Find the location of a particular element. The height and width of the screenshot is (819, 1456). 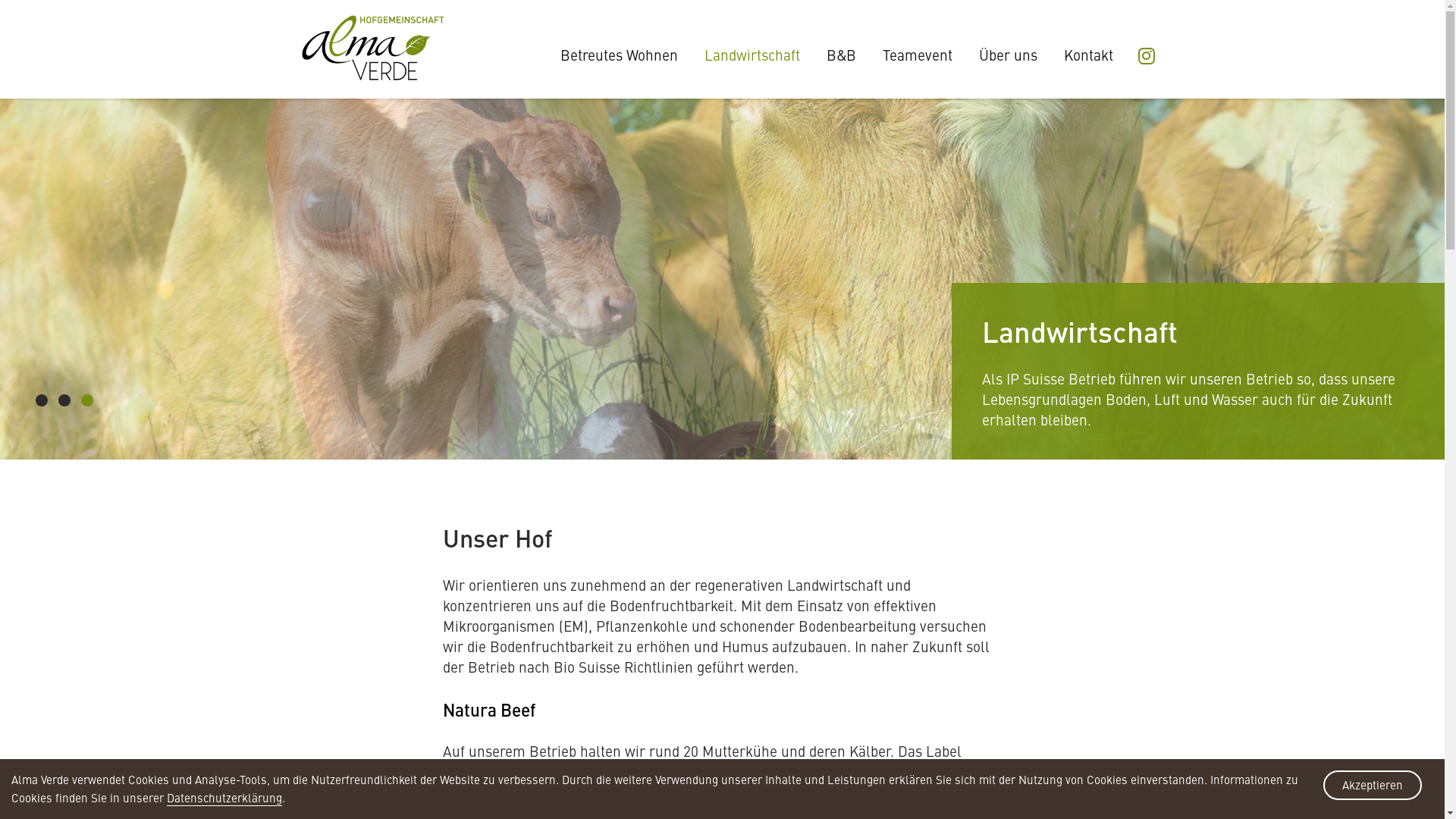

'B&B' is located at coordinates (840, 54).